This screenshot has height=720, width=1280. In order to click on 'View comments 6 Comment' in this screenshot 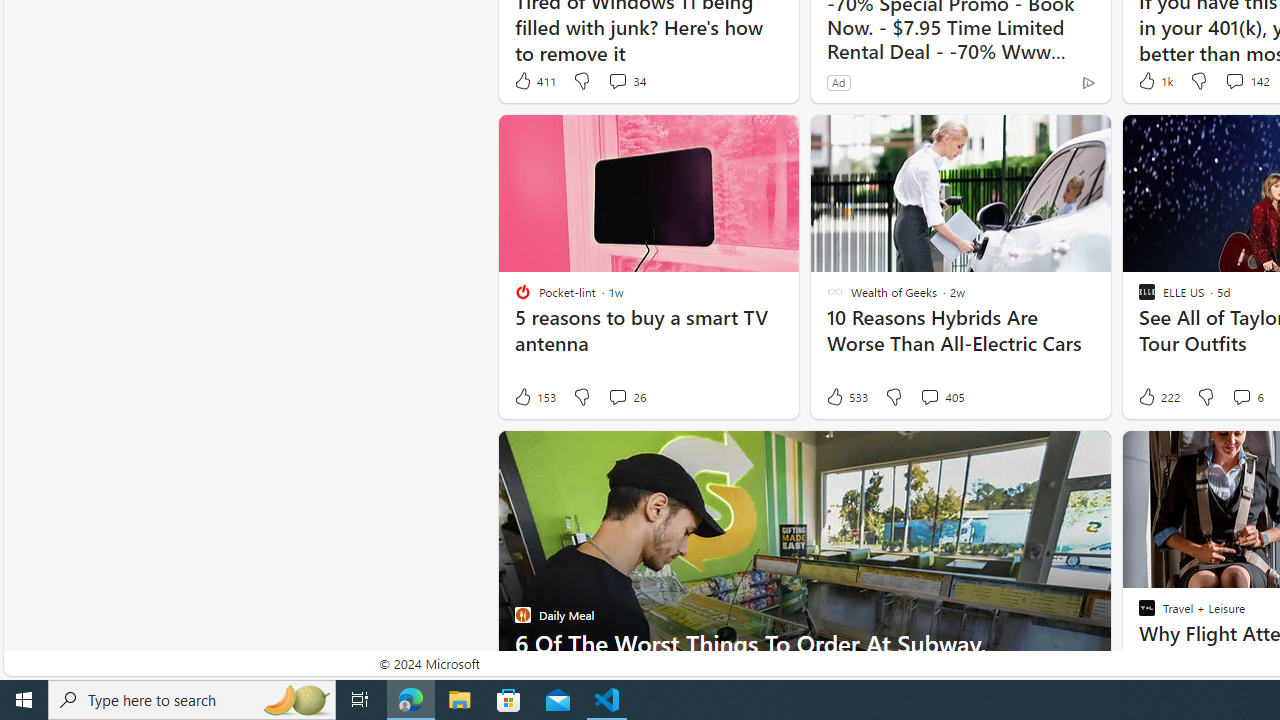, I will do `click(1240, 397)`.